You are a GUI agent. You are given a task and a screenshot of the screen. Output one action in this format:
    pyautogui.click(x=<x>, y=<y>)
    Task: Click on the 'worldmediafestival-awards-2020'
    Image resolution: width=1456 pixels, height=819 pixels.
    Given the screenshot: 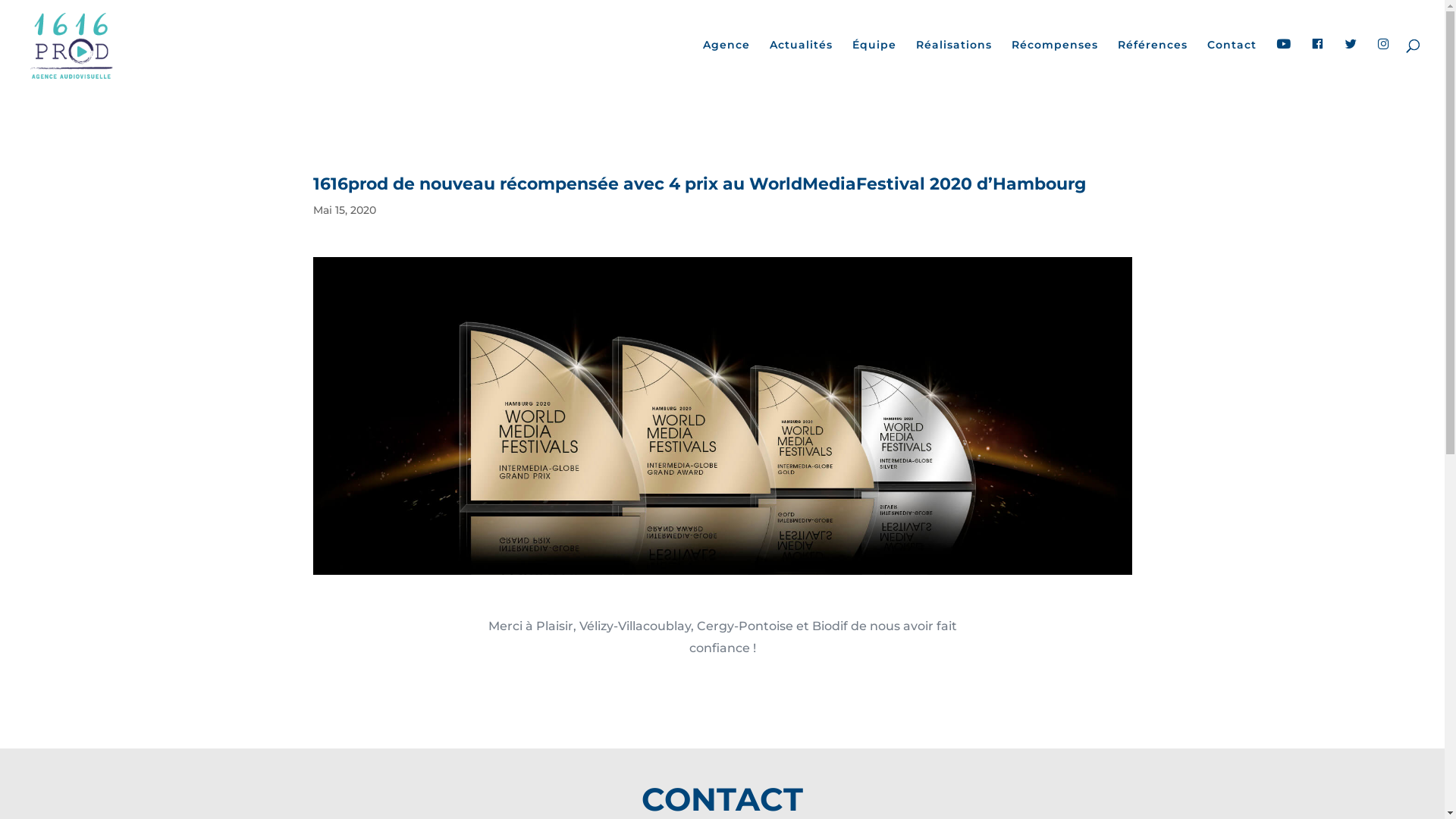 What is the action you would take?
    pyautogui.click(x=720, y=416)
    